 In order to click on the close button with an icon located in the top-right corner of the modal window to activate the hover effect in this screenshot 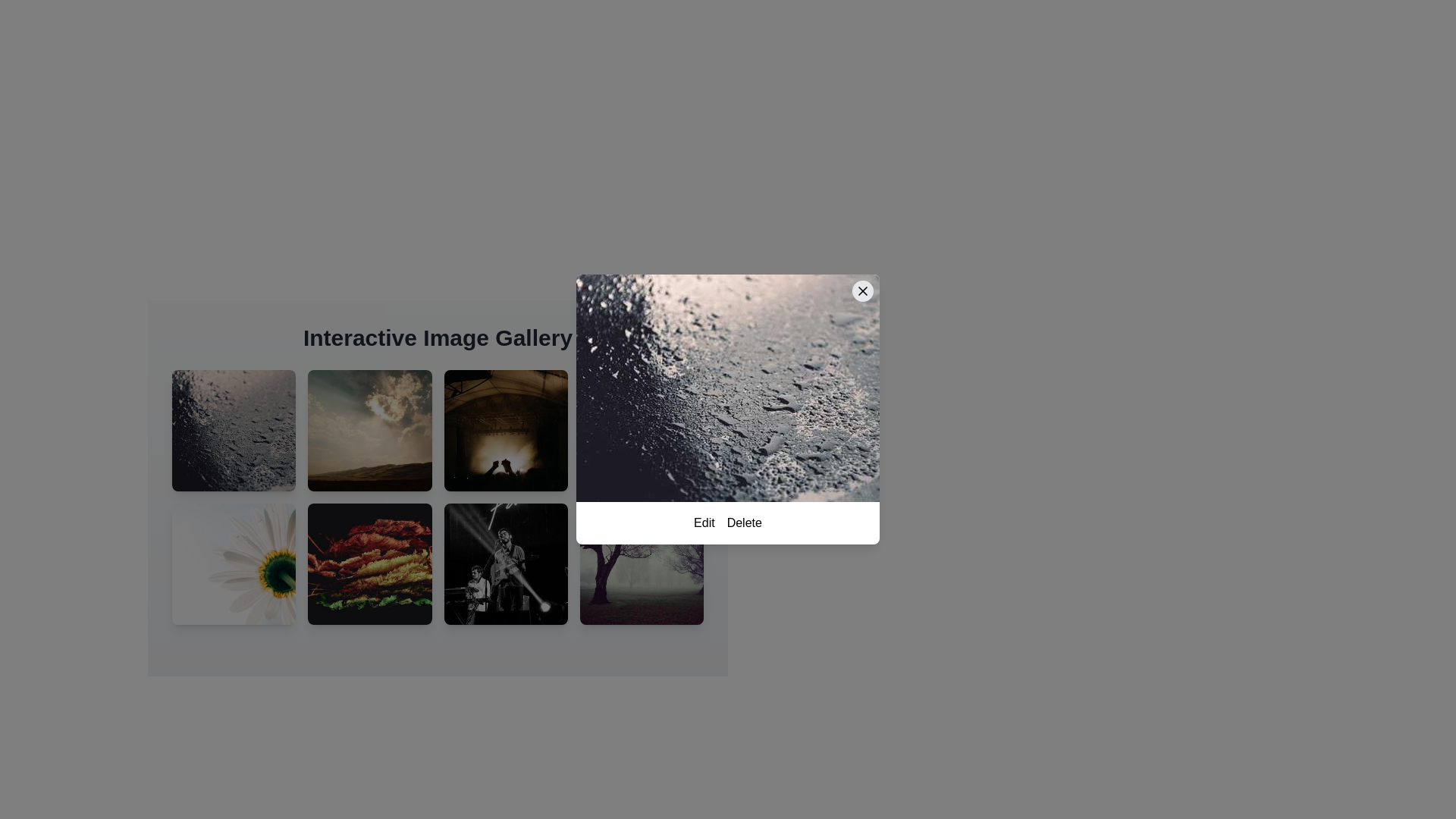, I will do `click(862, 291)`.